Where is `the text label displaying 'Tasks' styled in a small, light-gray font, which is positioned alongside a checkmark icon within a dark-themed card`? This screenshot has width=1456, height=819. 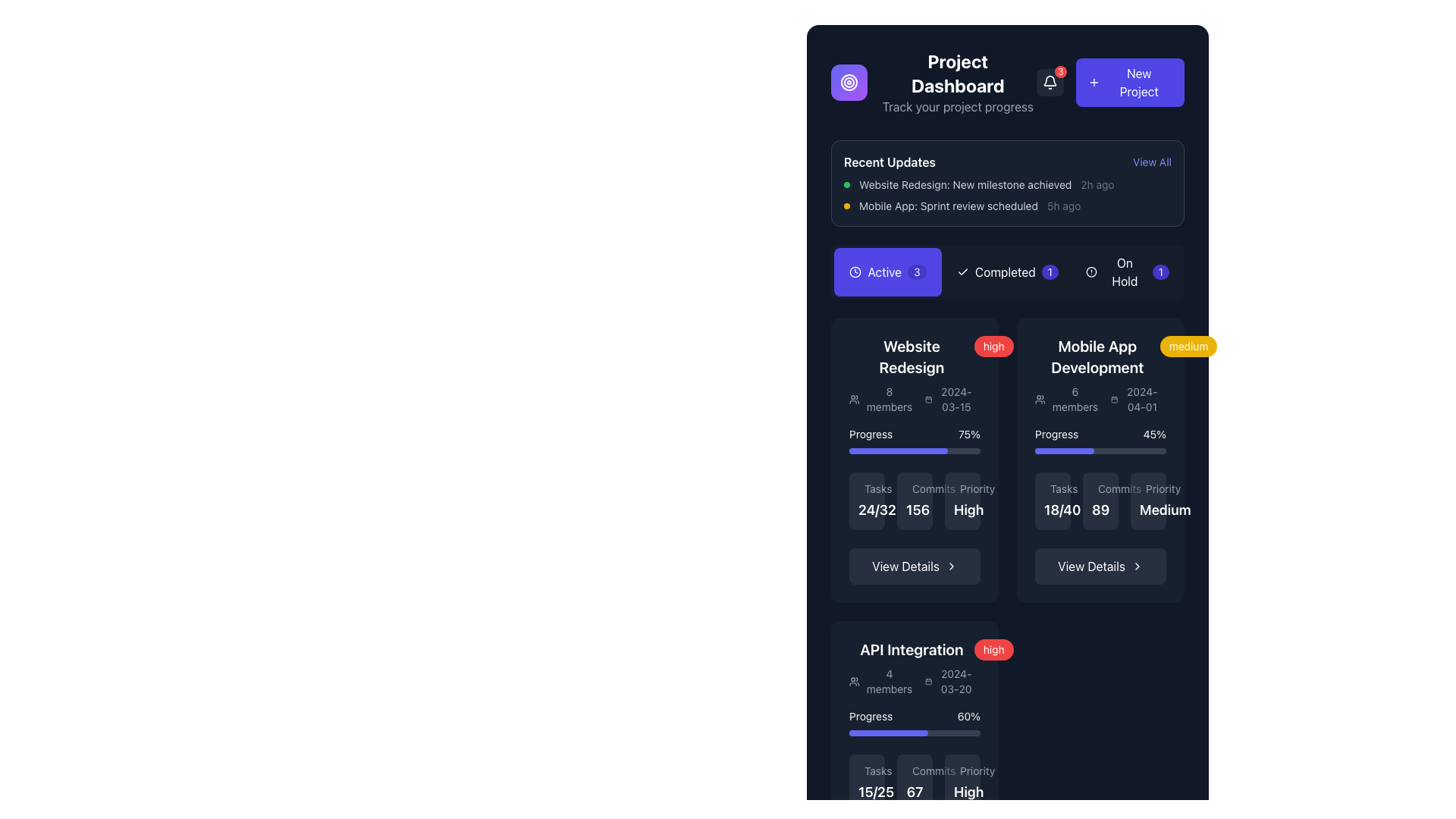
the text label displaying 'Tasks' styled in a small, light-gray font, which is positioned alongside a checkmark icon within a dark-themed card is located at coordinates (867, 488).